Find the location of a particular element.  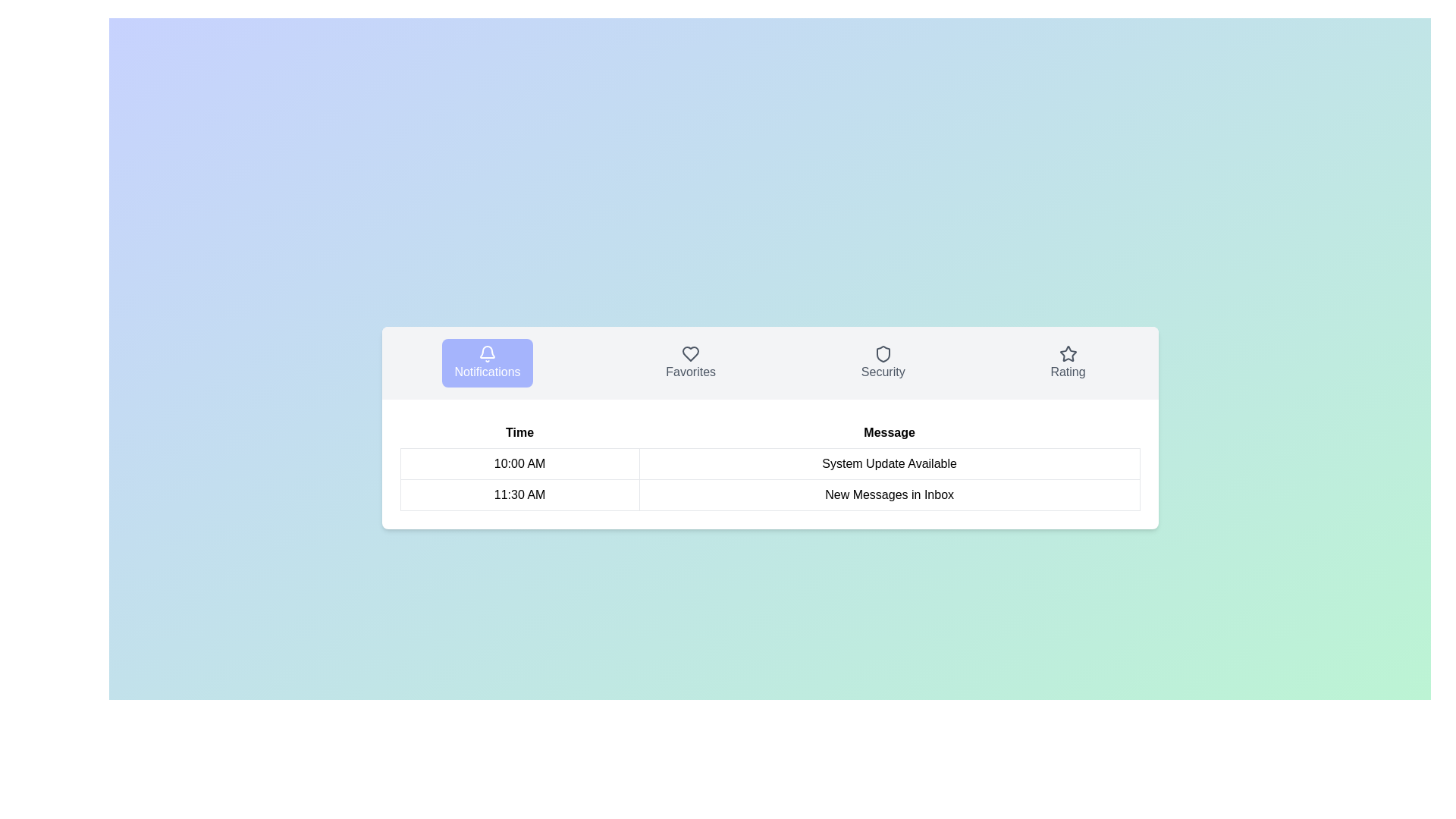

the 'Favorites' button, which has a heart icon and is located between the 'Notifications' and 'Security' buttons is located at coordinates (690, 362).